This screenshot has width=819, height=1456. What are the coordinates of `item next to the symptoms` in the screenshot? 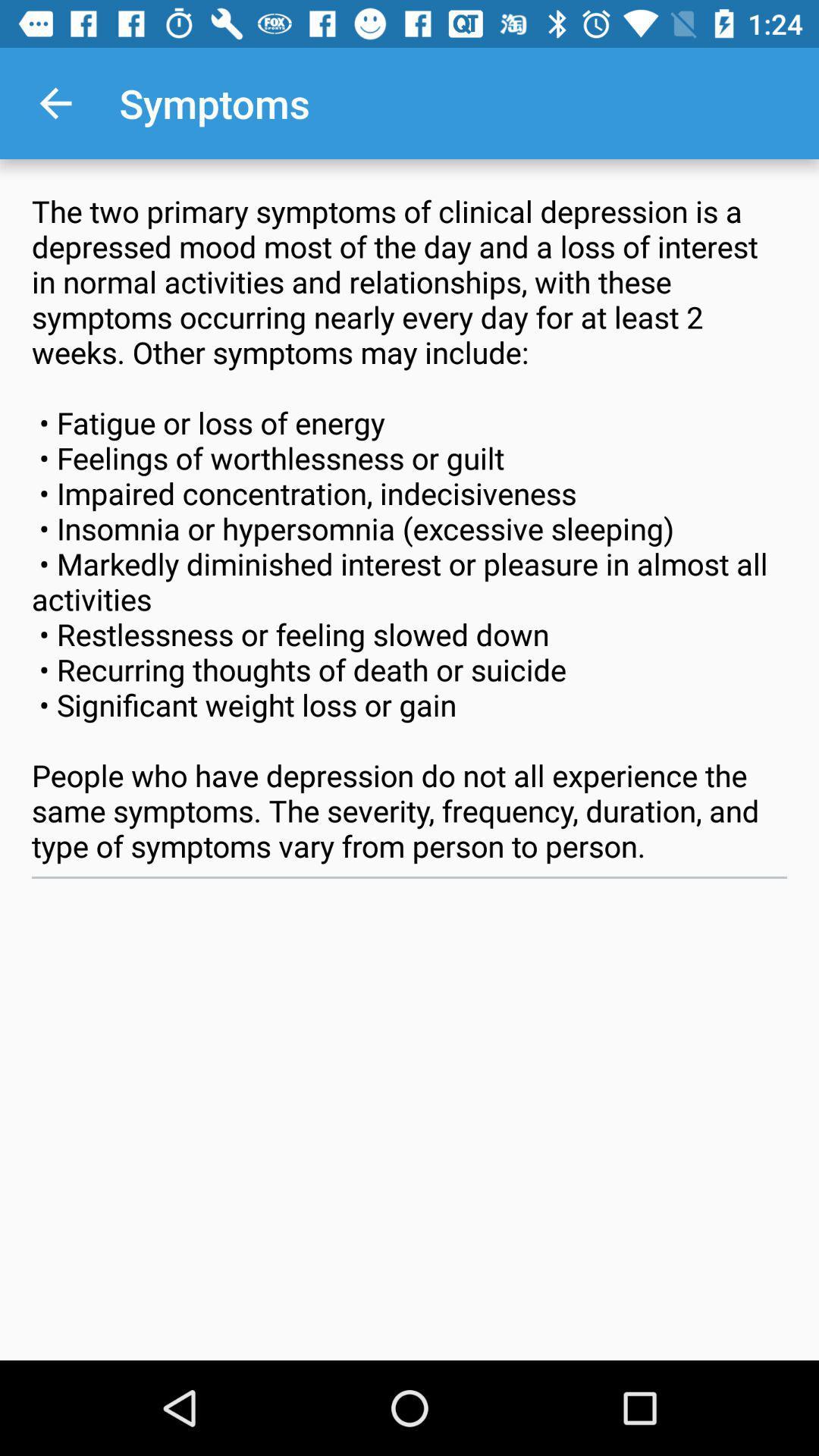 It's located at (55, 102).